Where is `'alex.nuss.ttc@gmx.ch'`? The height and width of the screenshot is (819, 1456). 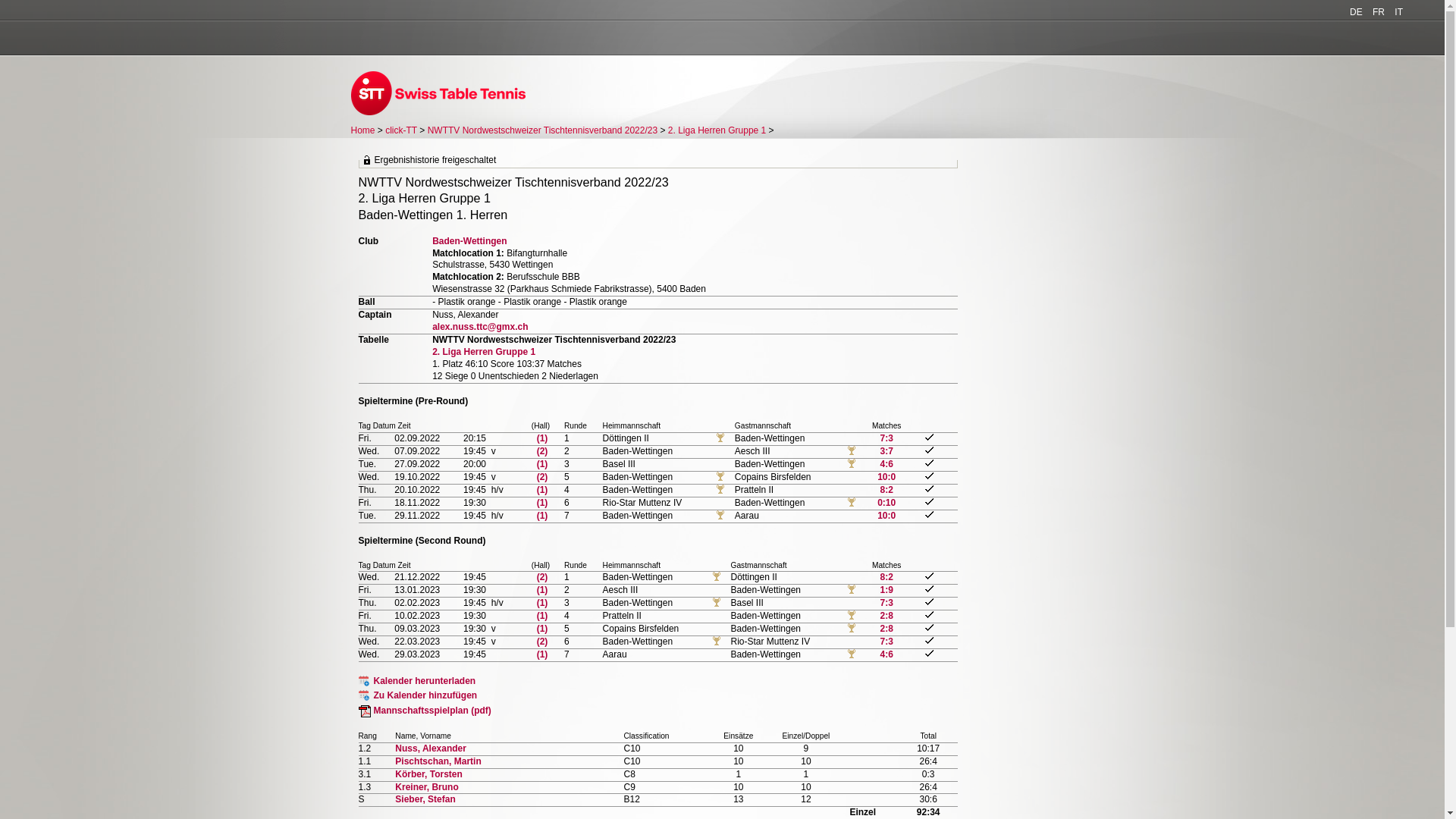 'alex.nuss.ttc@gmx.ch' is located at coordinates (479, 326).